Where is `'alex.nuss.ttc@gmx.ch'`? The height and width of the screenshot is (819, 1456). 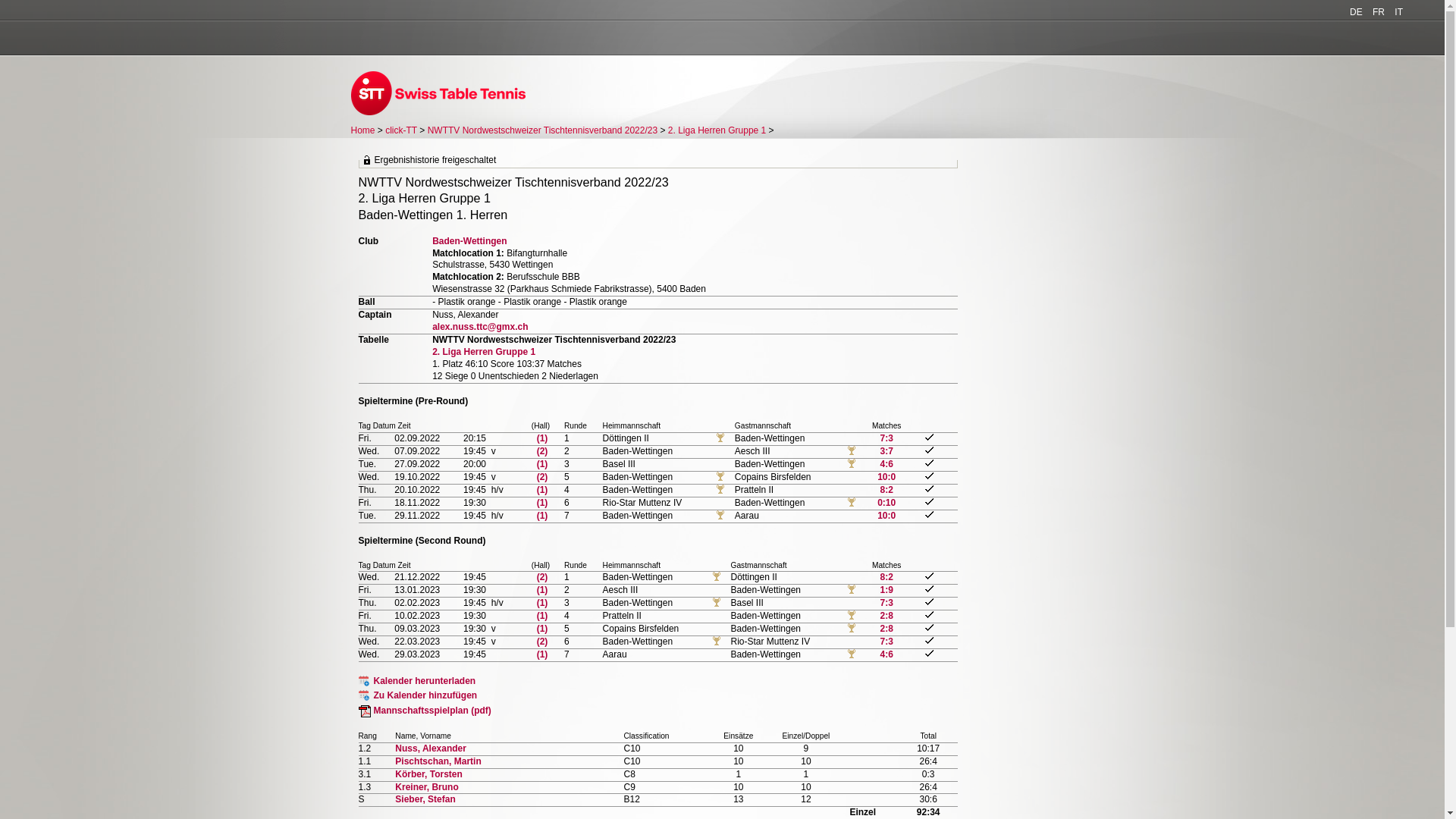 'alex.nuss.ttc@gmx.ch' is located at coordinates (479, 326).